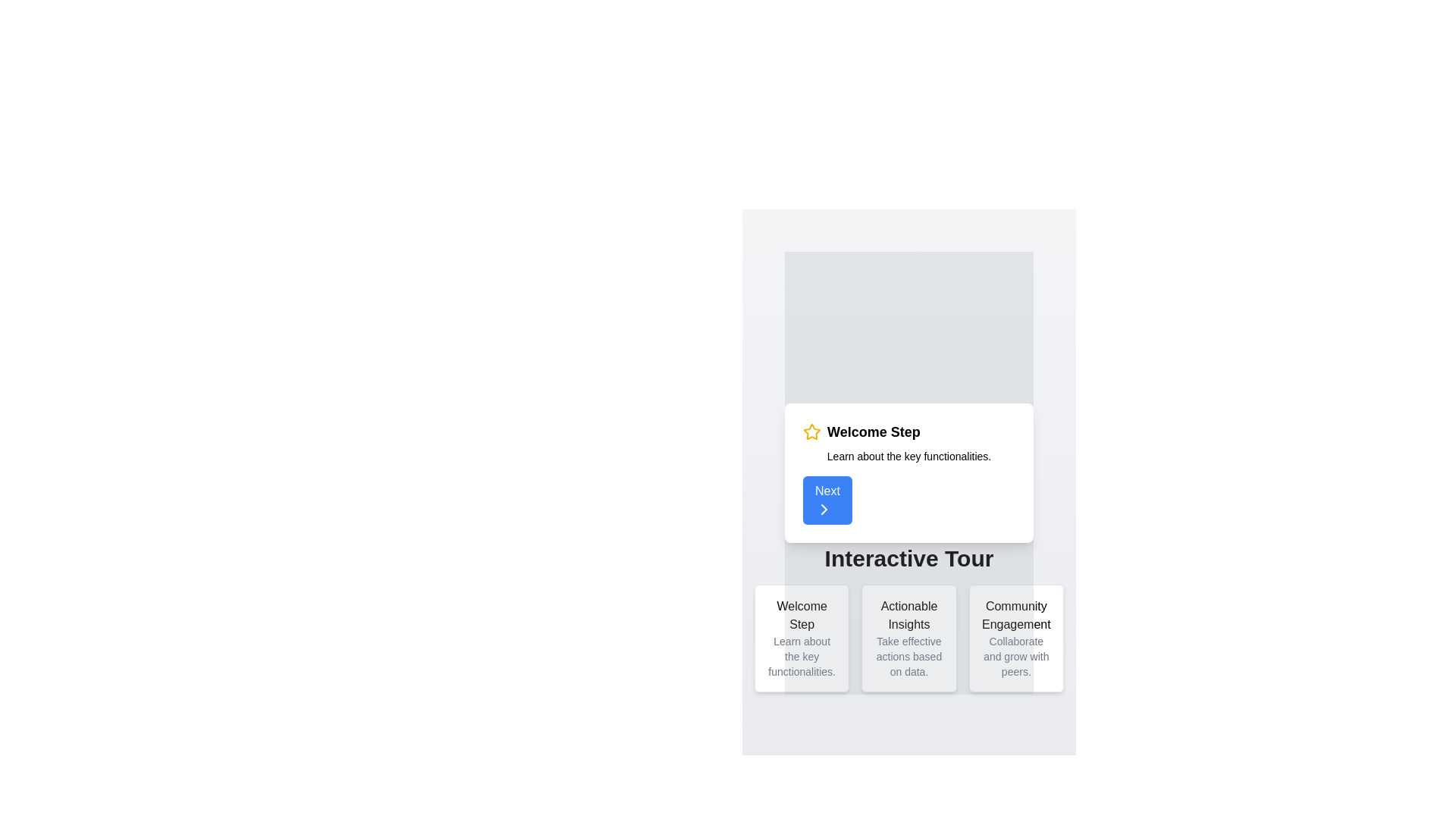 Image resolution: width=1456 pixels, height=819 pixels. I want to click on content displayed on the 'Actionable Insights' informational card, which is the middle card in a trio at the bottom of the layout, so click(909, 638).